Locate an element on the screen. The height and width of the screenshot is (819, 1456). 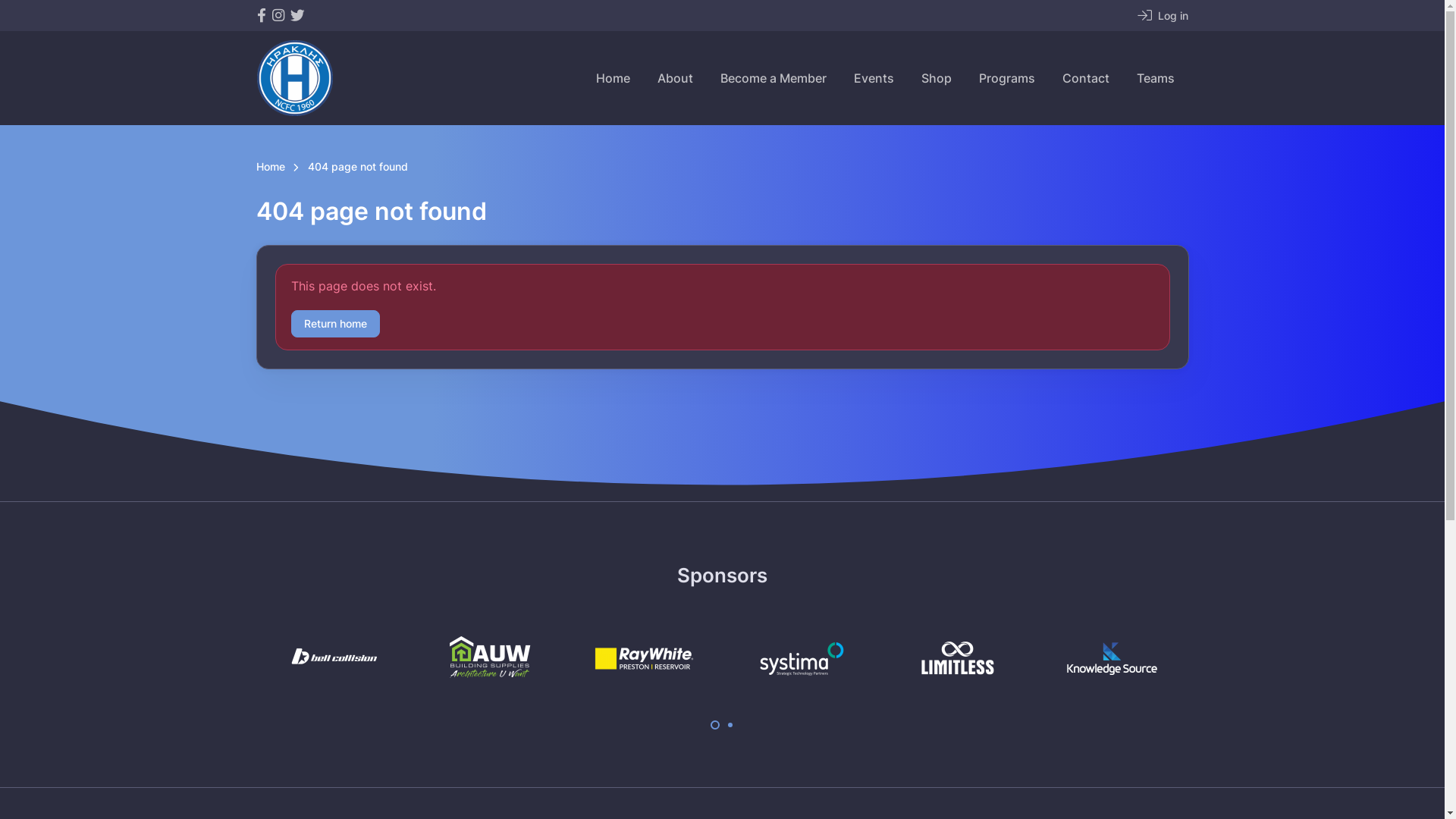
'Northcote City Football Club on Instagram' is located at coordinates (271, 15).